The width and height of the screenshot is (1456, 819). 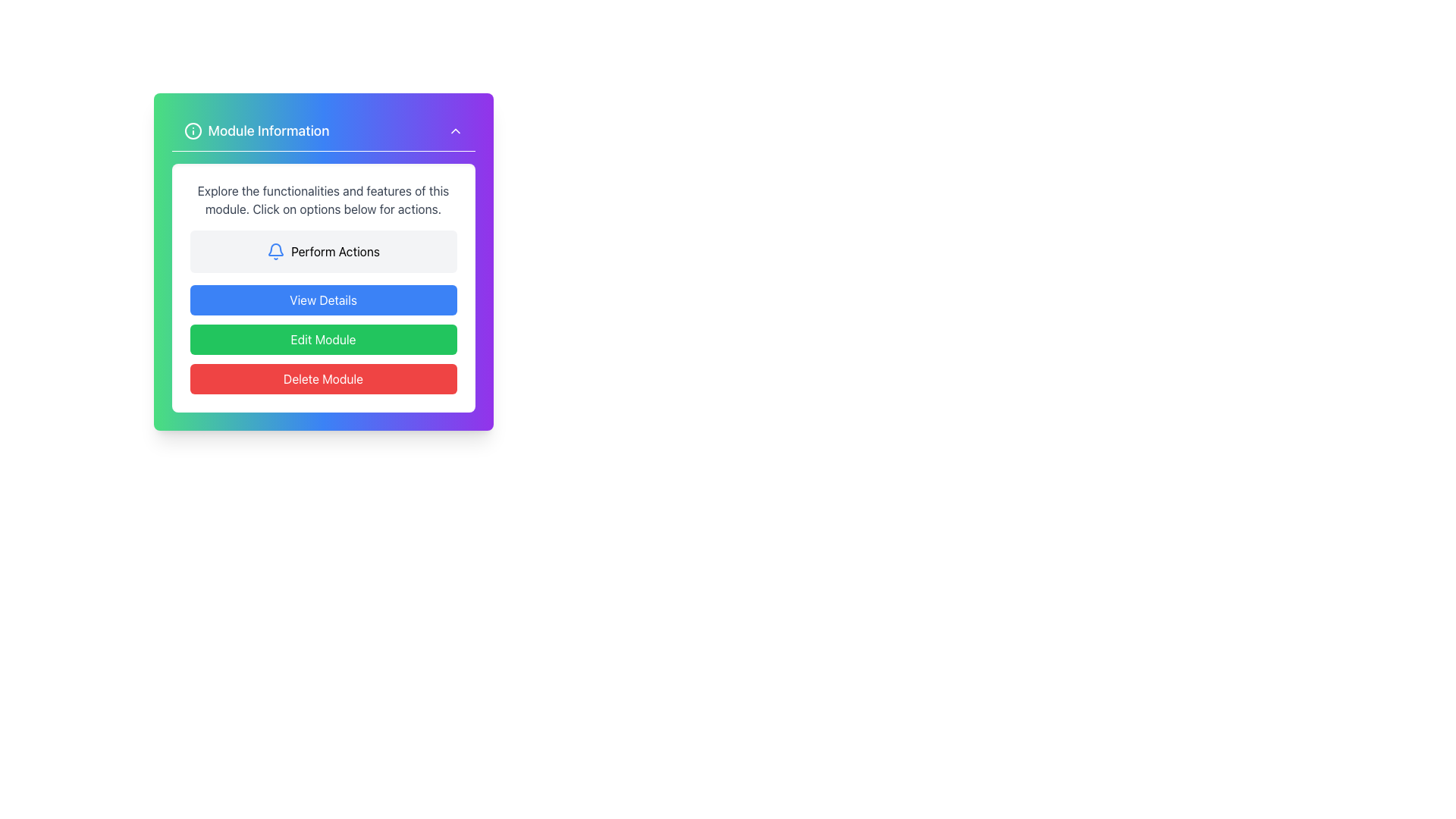 What do you see at coordinates (454, 130) in the screenshot?
I see `the chevron up icon located at the far right of the header bar, next to the 'Module Information' title` at bounding box center [454, 130].